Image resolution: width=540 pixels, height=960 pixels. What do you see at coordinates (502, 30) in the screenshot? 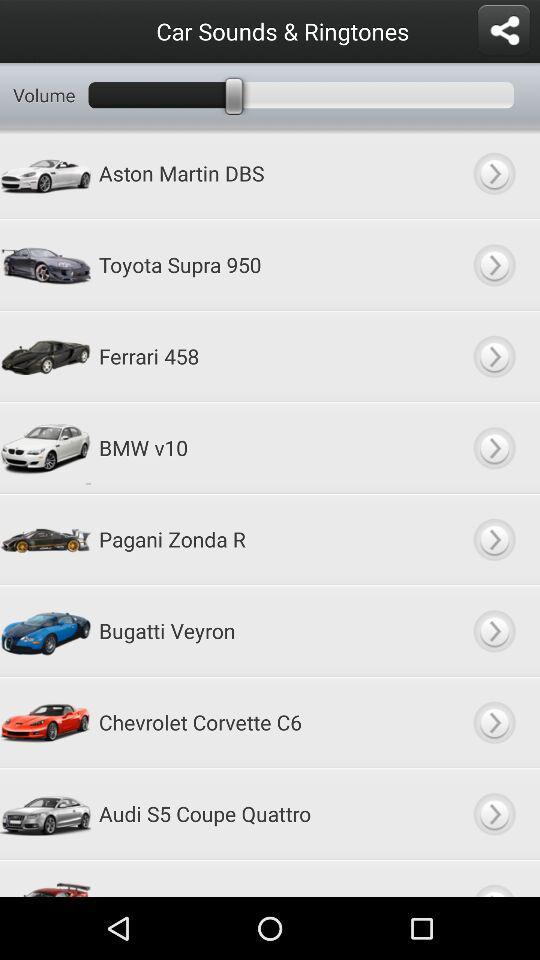
I see `share with others` at bounding box center [502, 30].